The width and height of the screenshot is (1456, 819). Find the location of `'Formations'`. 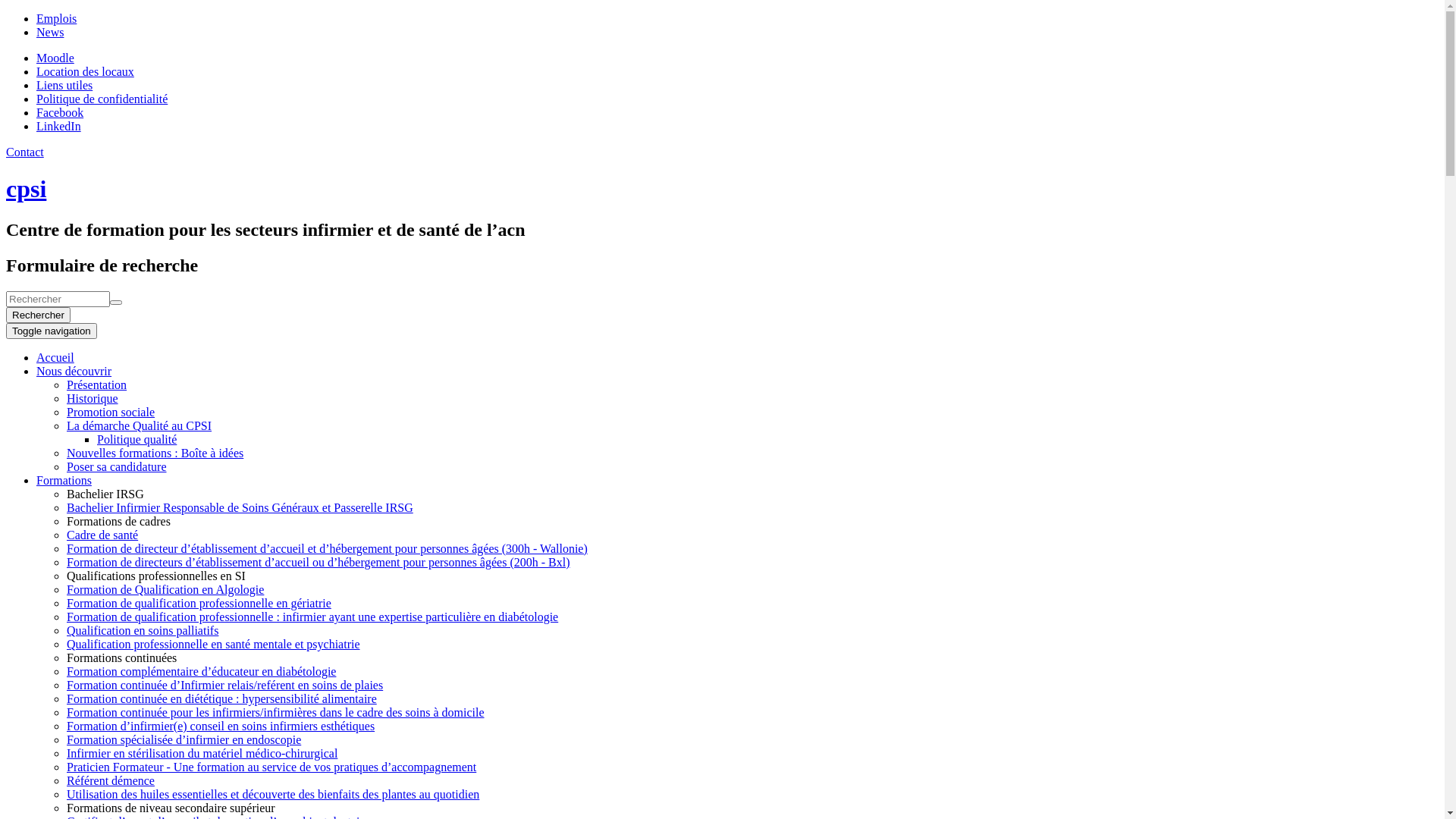

'Formations' is located at coordinates (63, 480).